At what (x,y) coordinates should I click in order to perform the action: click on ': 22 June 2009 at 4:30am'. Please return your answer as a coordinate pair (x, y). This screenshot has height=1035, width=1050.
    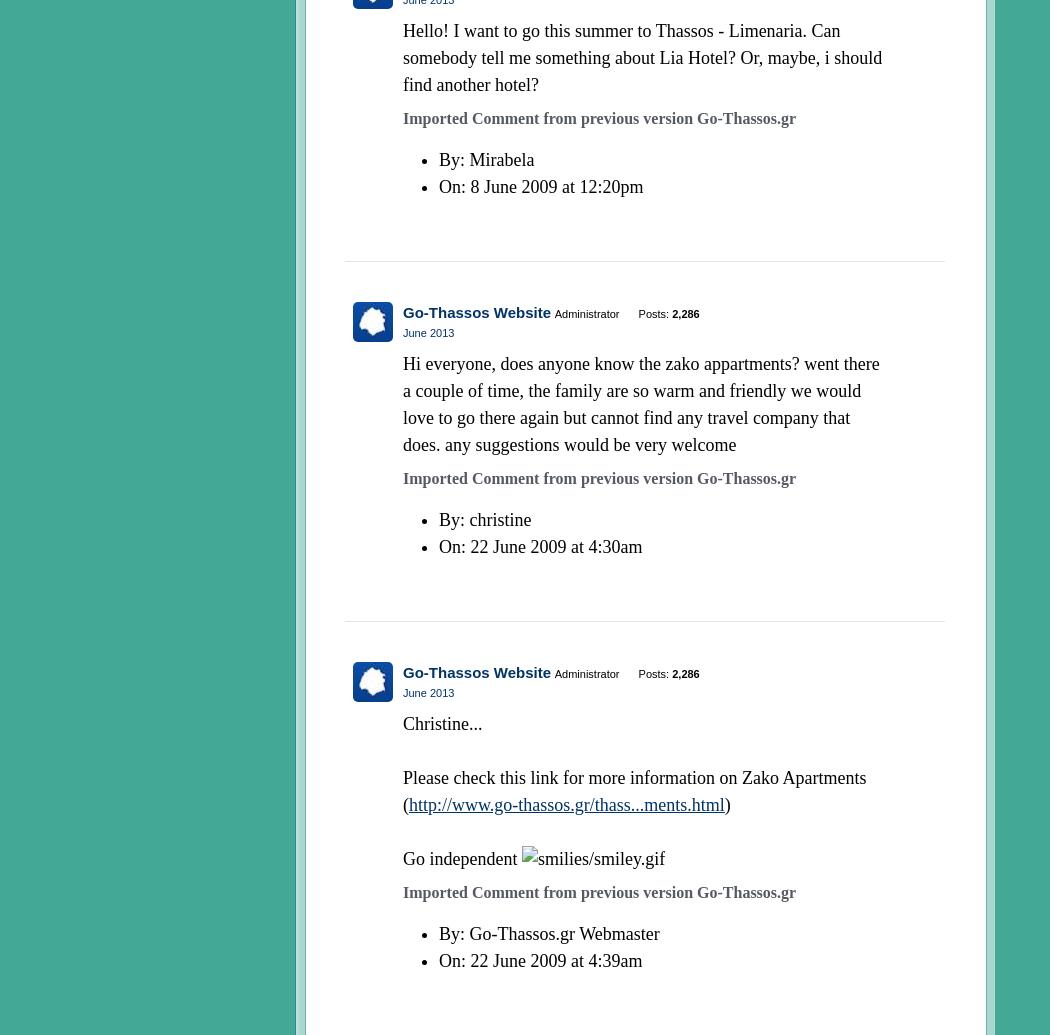
    Looking at the image, I should click on (551, 544).